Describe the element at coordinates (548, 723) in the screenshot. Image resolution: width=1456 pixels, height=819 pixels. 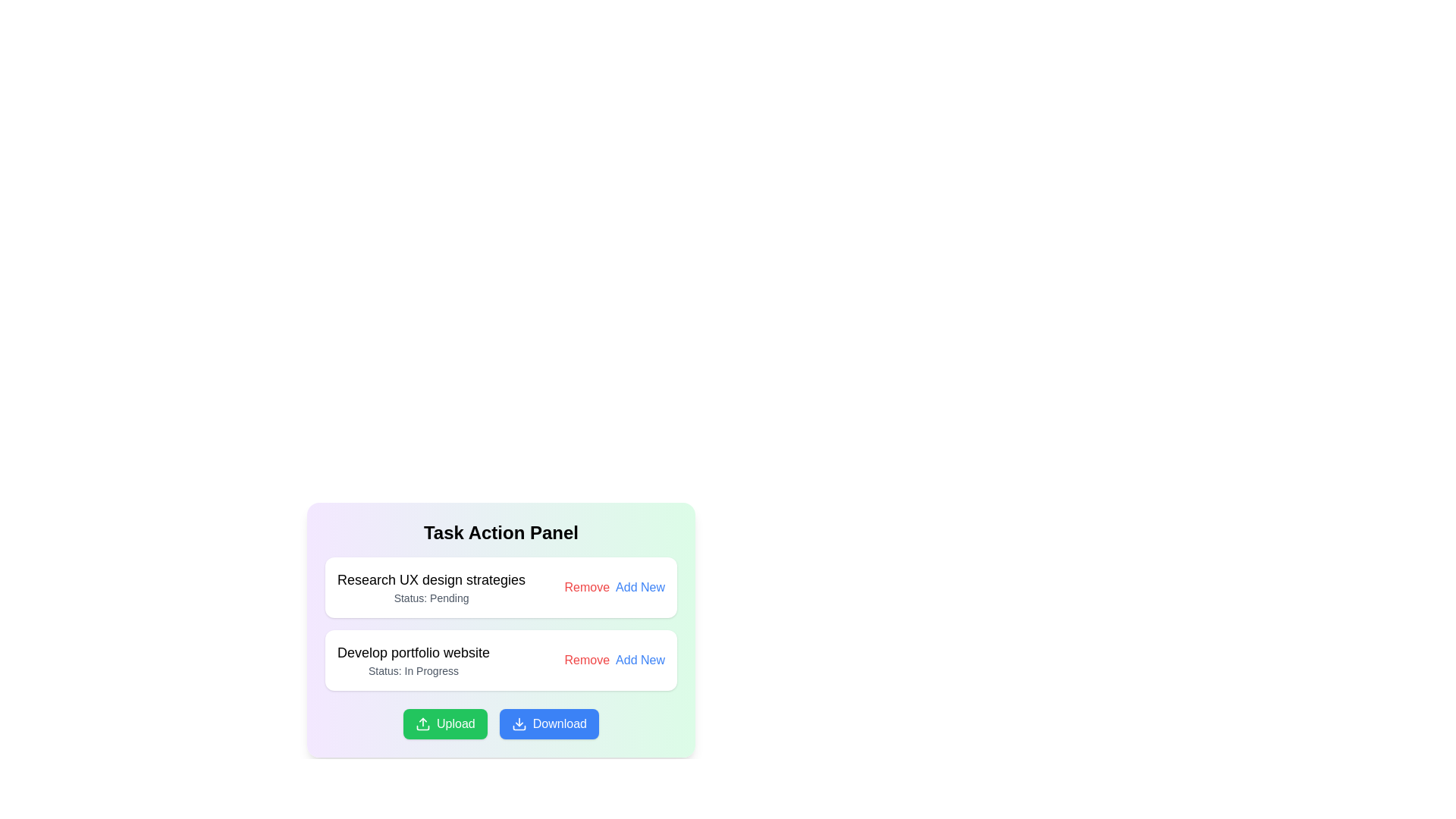
I see `the 'Download' button, which is styled with a blue background and white text, located to the right of the 'Upload' button at the center-bottom of the panel` at that location.